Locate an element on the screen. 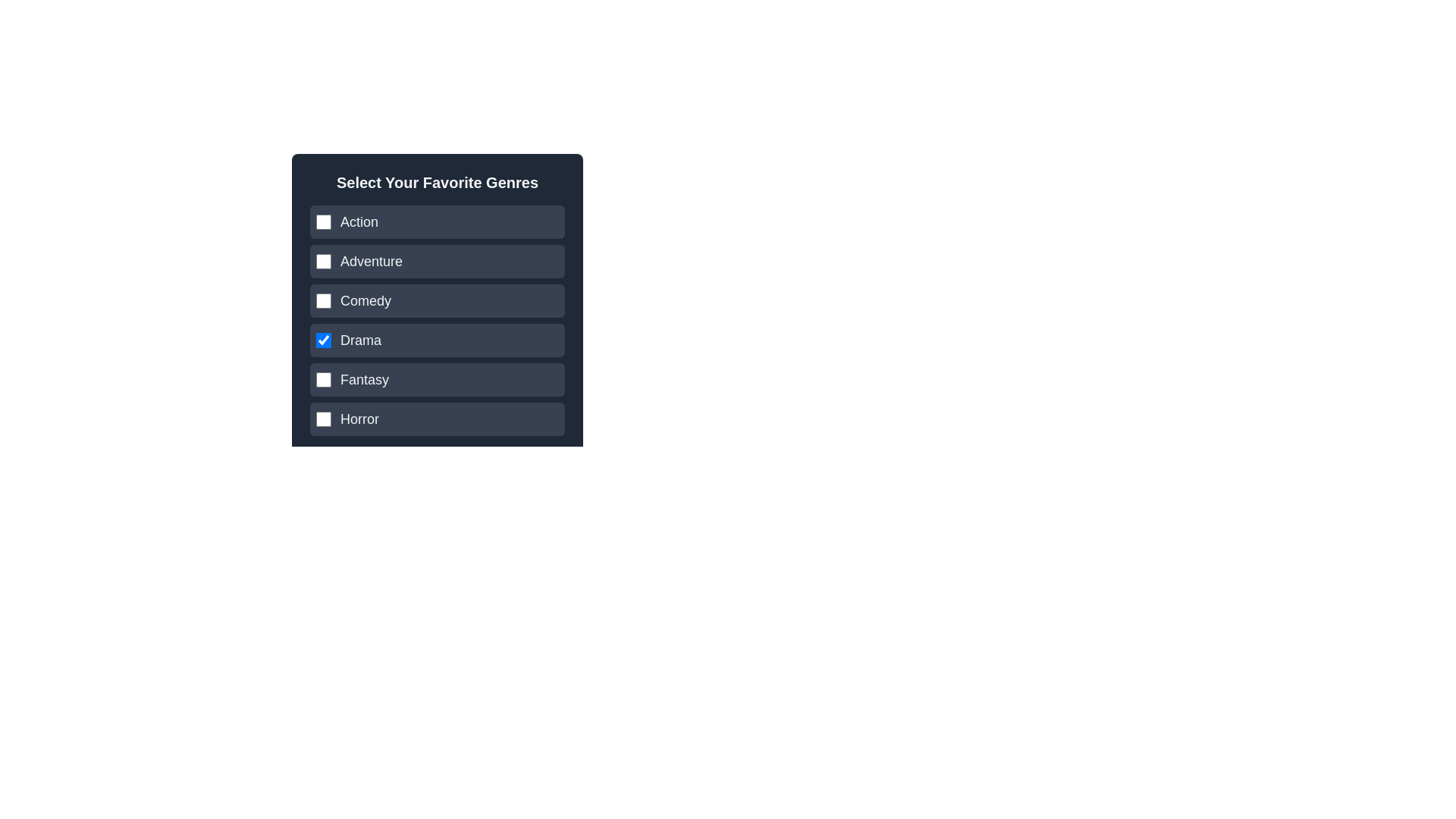 The width and height of the screenshot is (1456, 819). the checkbox for the 'Drama' genre is located at coordinates (323, 339).